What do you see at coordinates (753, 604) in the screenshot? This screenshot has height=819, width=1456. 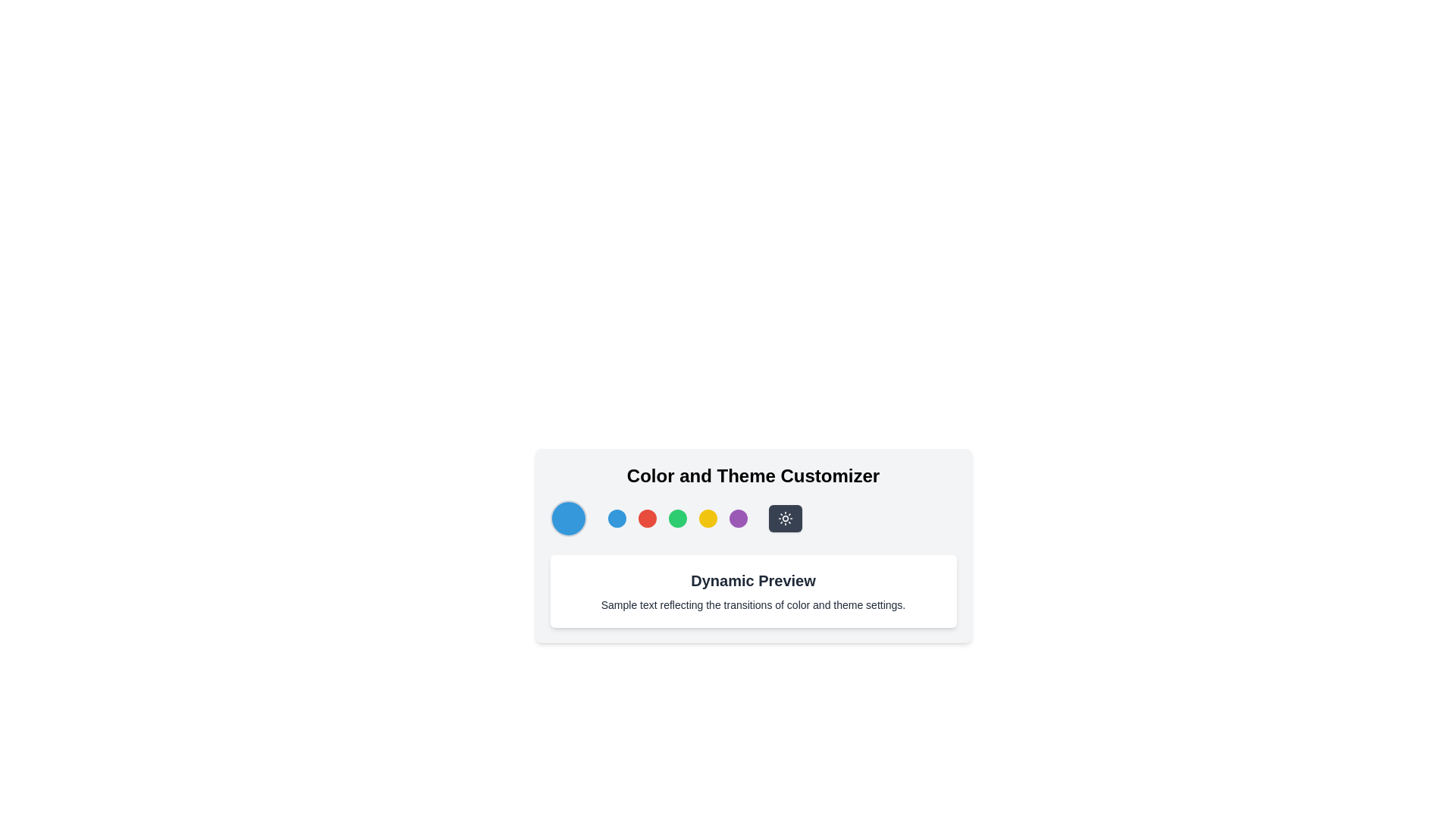 I see `the static text providing contextual information about the 'Dynamic Preview' feature, positioned beneath the 'Dynamic Preview' heading within the main white card interface` at bounding box center [753, 604].